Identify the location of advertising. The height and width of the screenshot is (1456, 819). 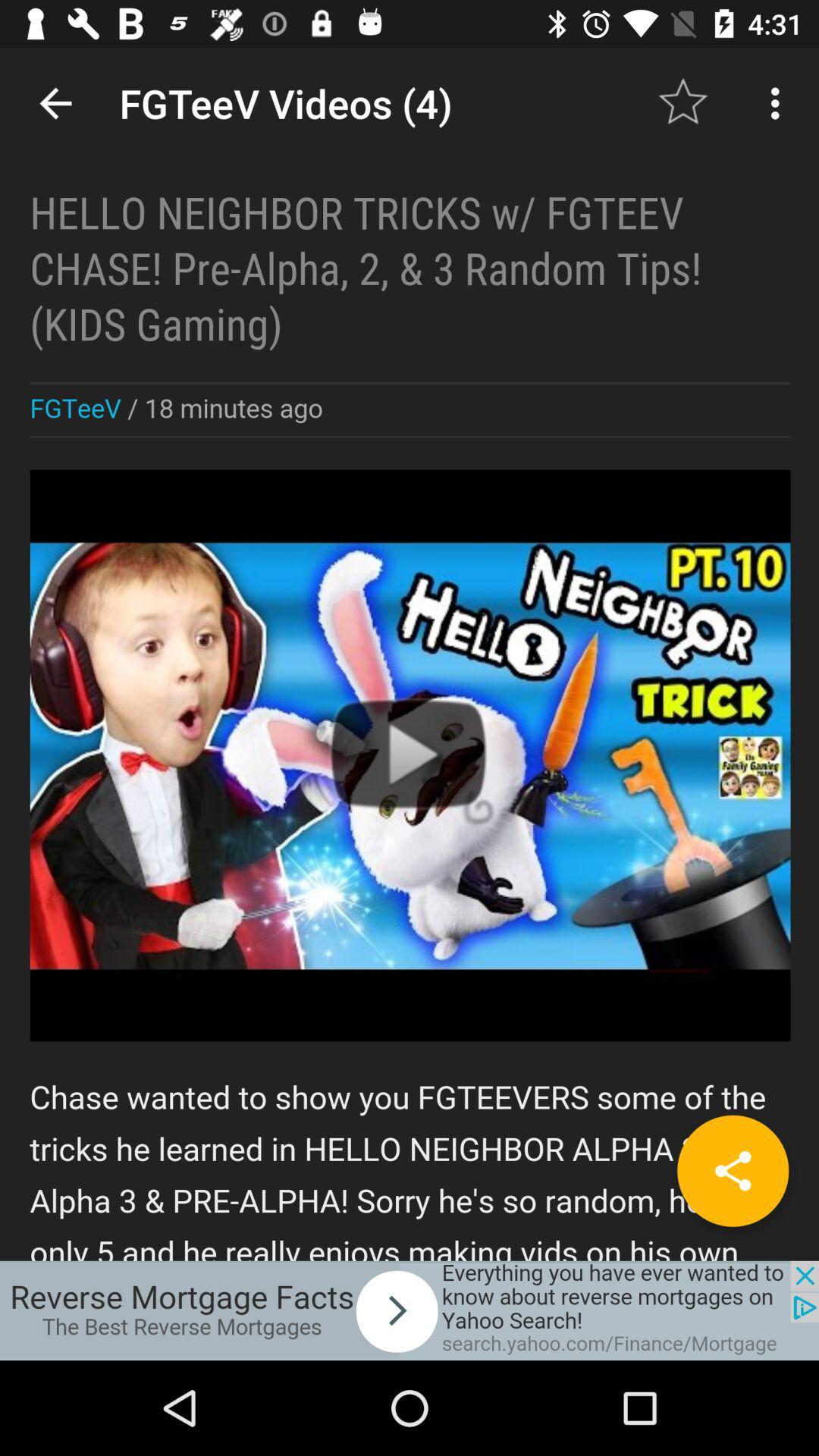
(409, 1310).